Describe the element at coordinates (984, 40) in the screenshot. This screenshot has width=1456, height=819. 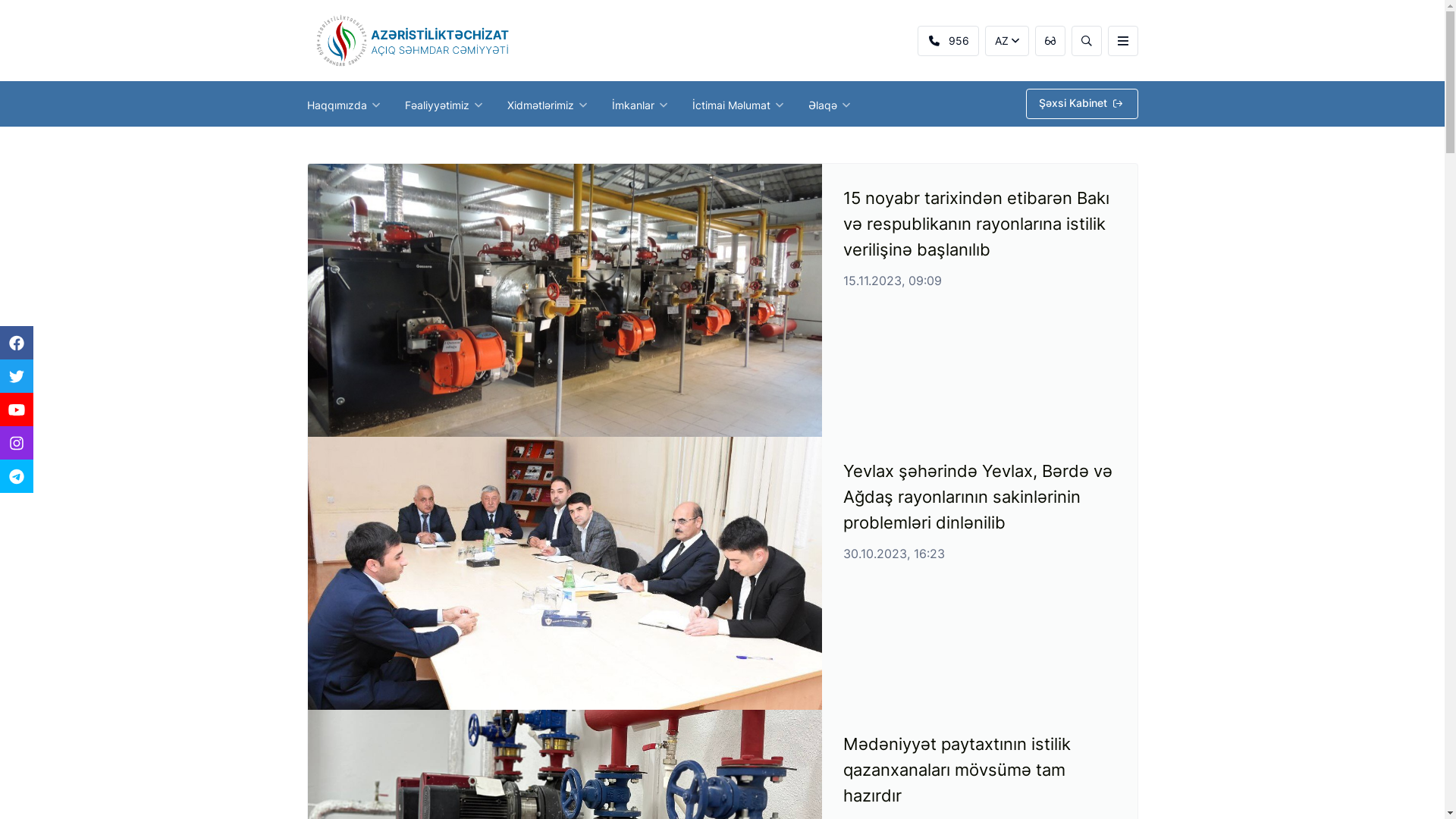
I see `'AZ'` at that location.